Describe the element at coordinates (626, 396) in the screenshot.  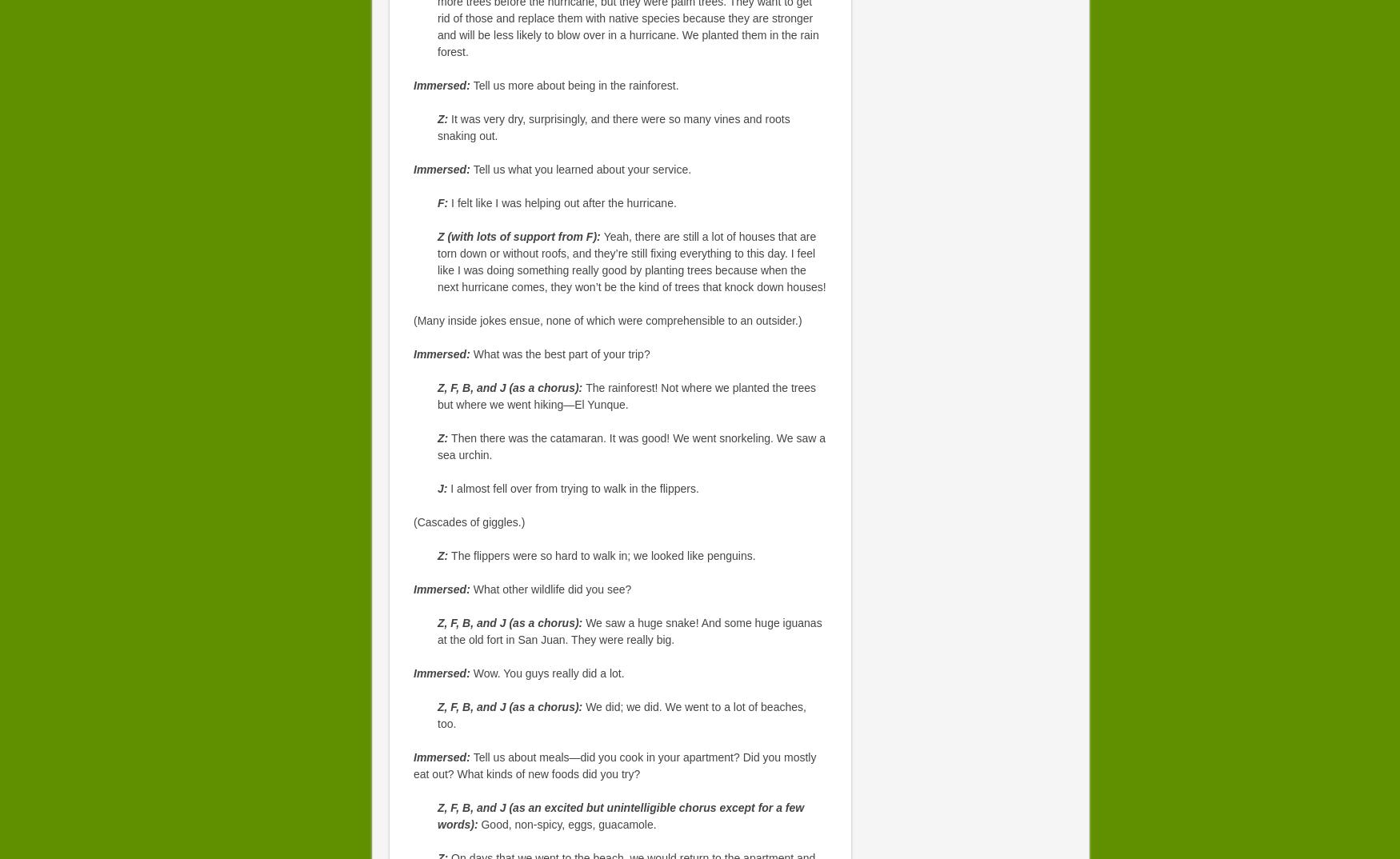
I see `'The rainforest! Not where we planted the trees but where we went hiking—El Yunque.'` at that location.